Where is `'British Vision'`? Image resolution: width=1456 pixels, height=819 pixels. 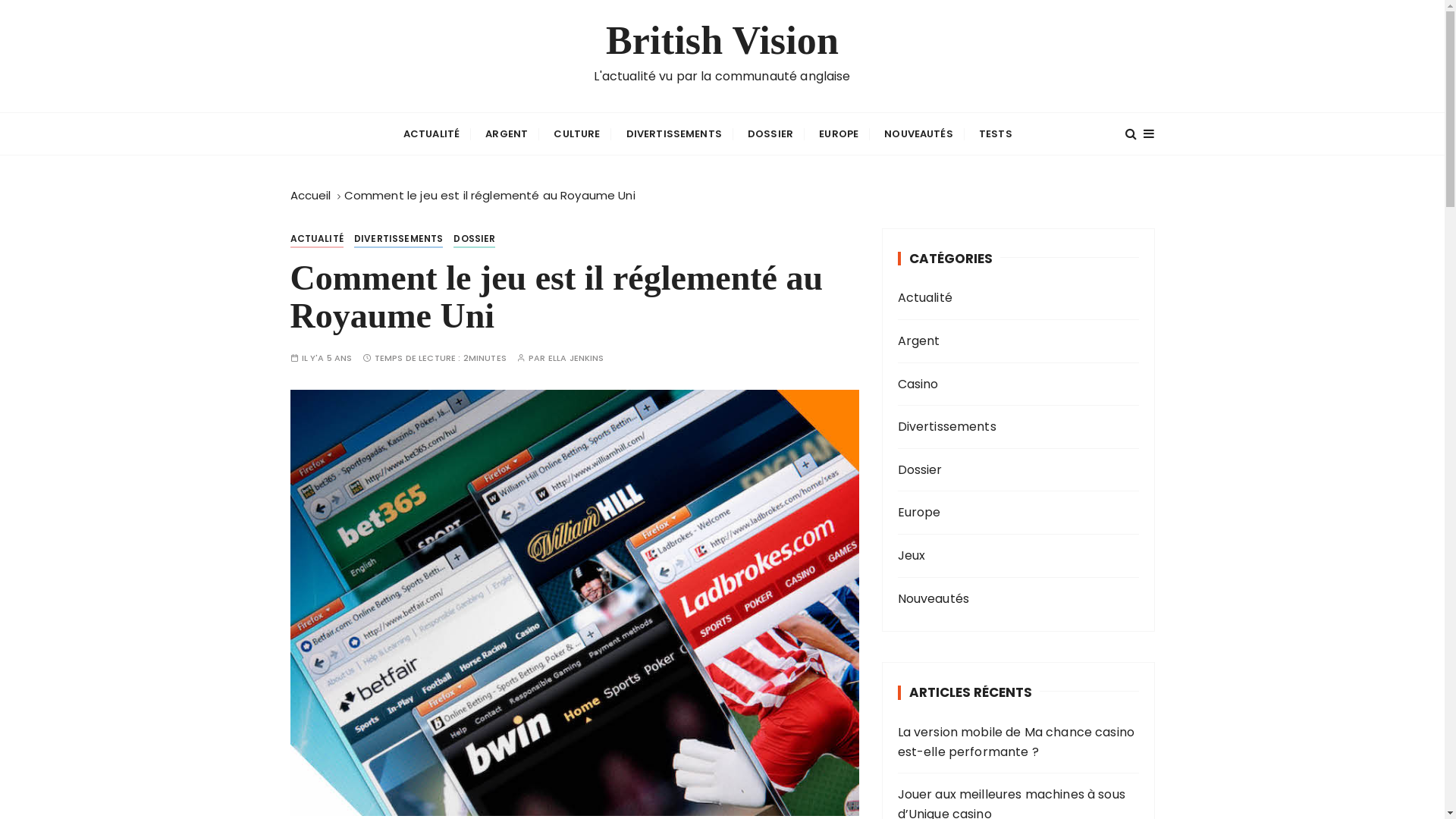 'British Vision' is located at coordinates (721, 40).